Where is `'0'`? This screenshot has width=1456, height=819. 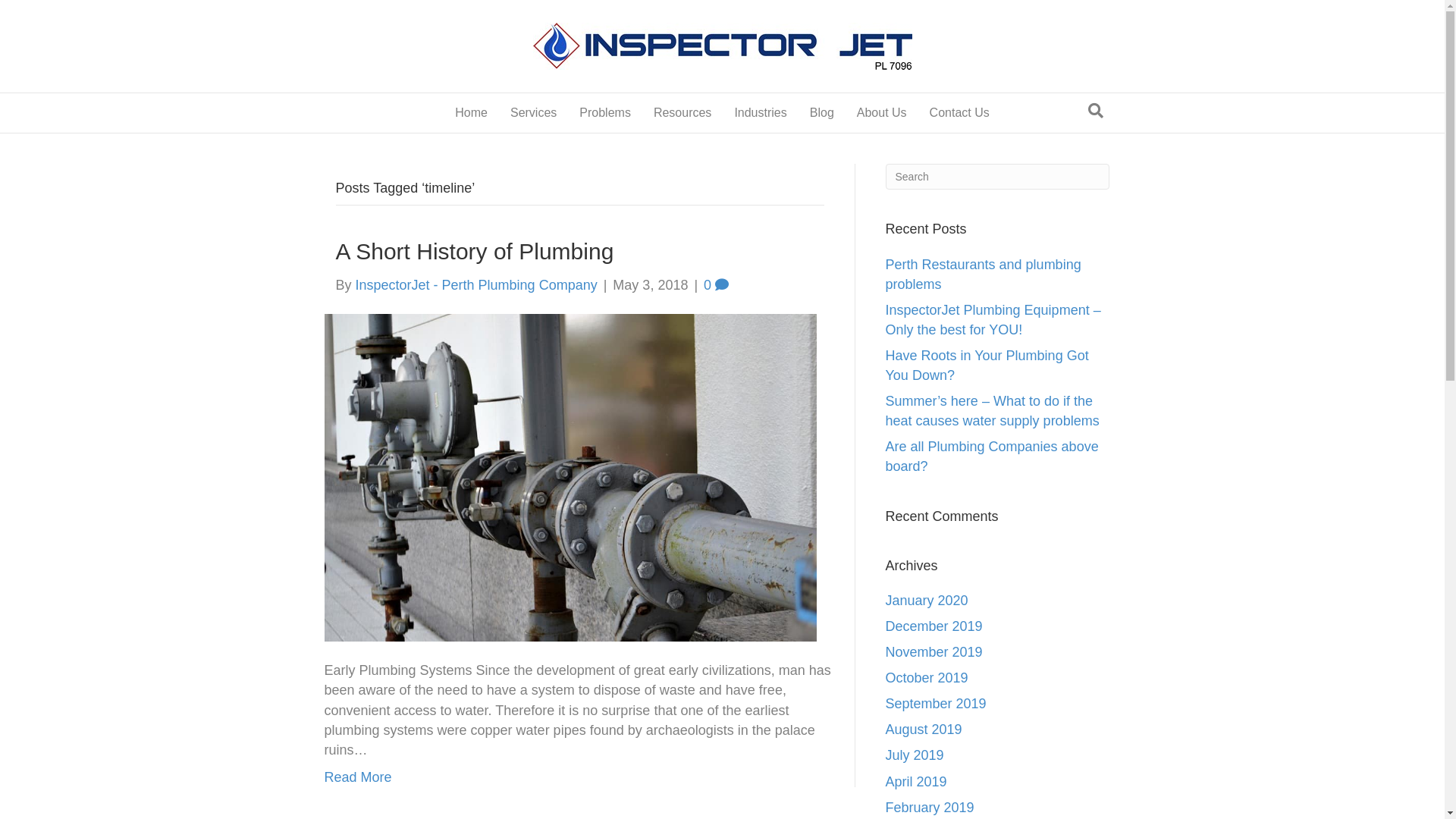
'0' is located at coordinates (715, 284).